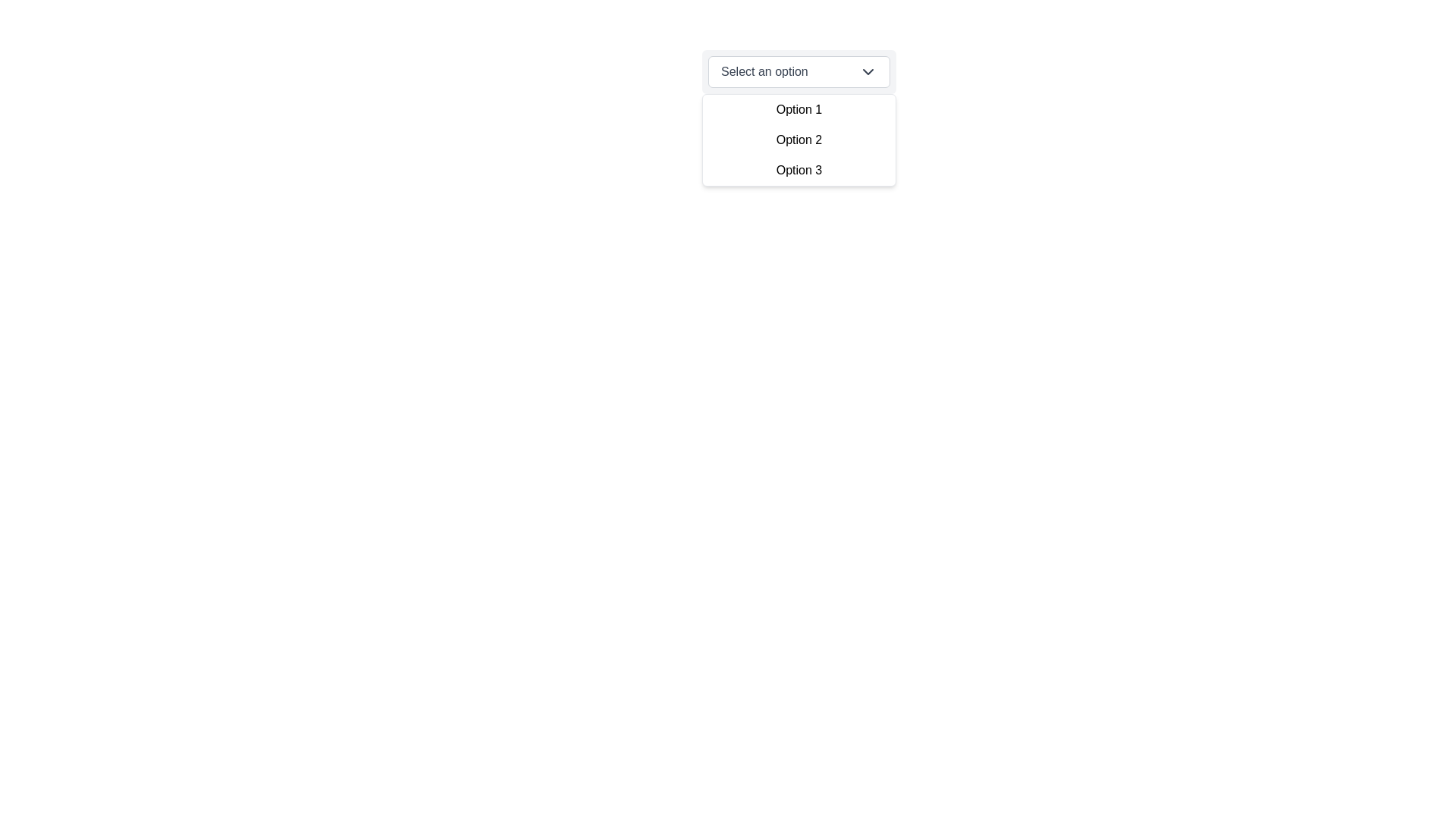 This screenshot has height=819, width=1456. I want to click on the dropdown menu located below the 'Select an option' button, so click(799, 140).